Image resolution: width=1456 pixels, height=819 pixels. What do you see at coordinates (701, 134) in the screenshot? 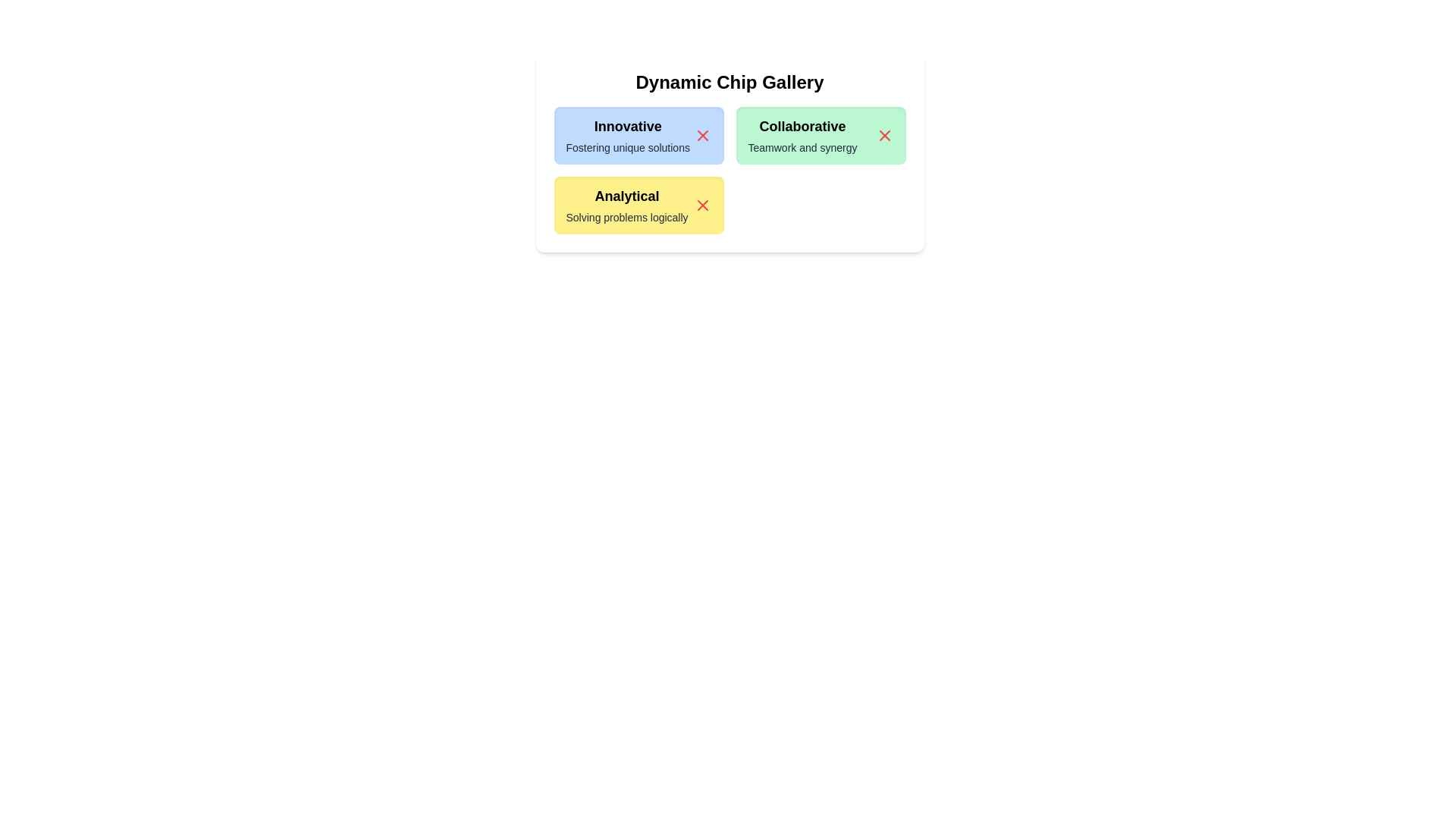
I see `close button of the chip labeled Innovative` at bounding box center [701, 134].